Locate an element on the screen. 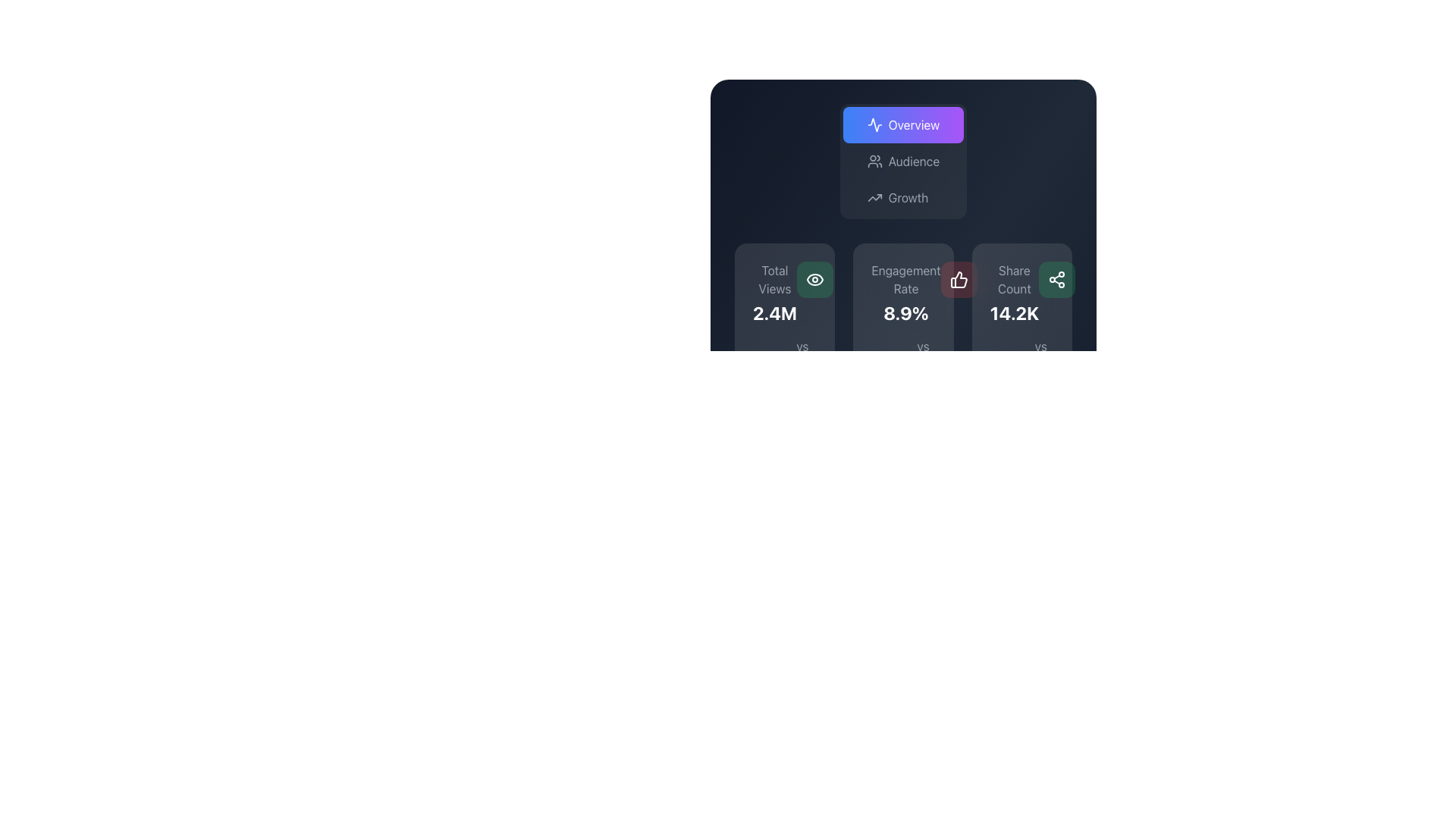  the navigational button at the bottom of the vertical list is located at coordinates (898, 197).